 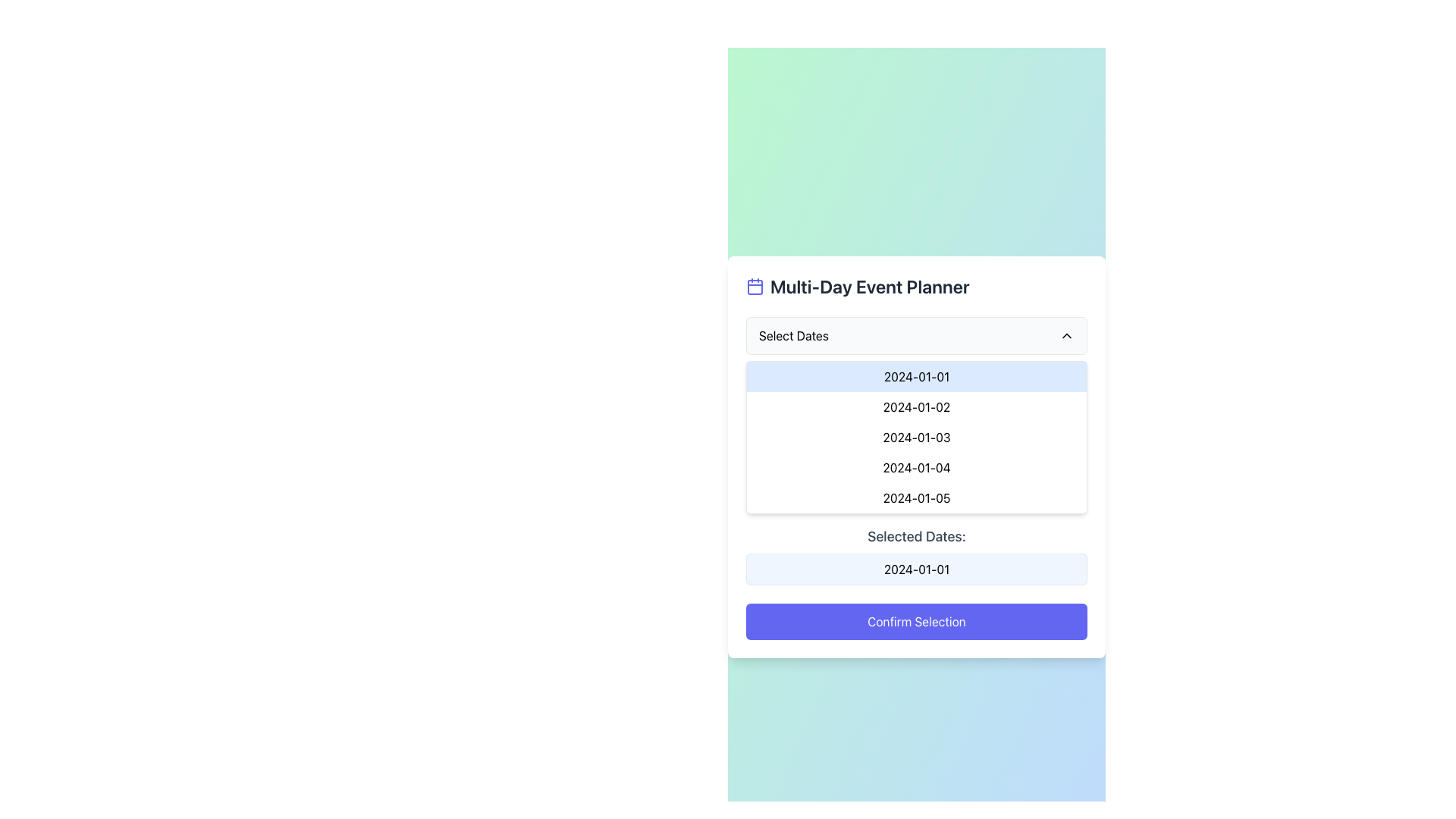 I want to click on the Text Label with Icon that serves as the title of the card layout, located at the top of the card above the 'Select Dates' button, so click(x=916, y=287).